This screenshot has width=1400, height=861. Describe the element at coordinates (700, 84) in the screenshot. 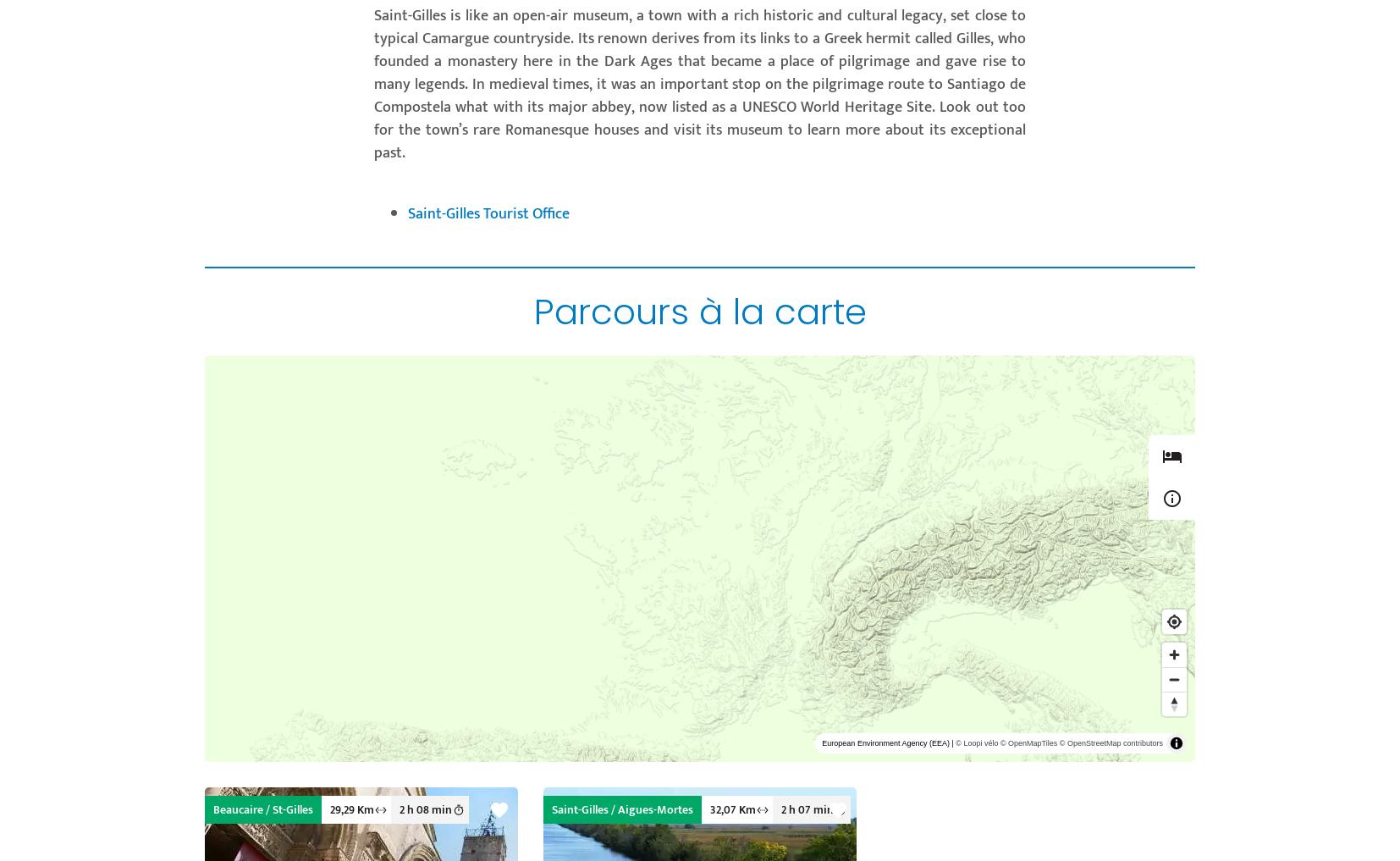

I see `'Saint-Gilles is like an open-air museum, a town with a rich historic and cultural legacy, set close to typical Camargue countryside. Its renown derives from its links to a Greek hermit called Gilles, who founded a monastery here in the Dark Ages that became a place of pilgrimage and gave rise to many legends. In medieval times, it was an important stop on the pilgrimage route to Santiago de Compostela what with its major abbey, now listed as a UNESCO World Heritage Site. Look out too for the town’s rare Romanesque houses and visit its museum to learn more about its exceptional past.'` at that location.